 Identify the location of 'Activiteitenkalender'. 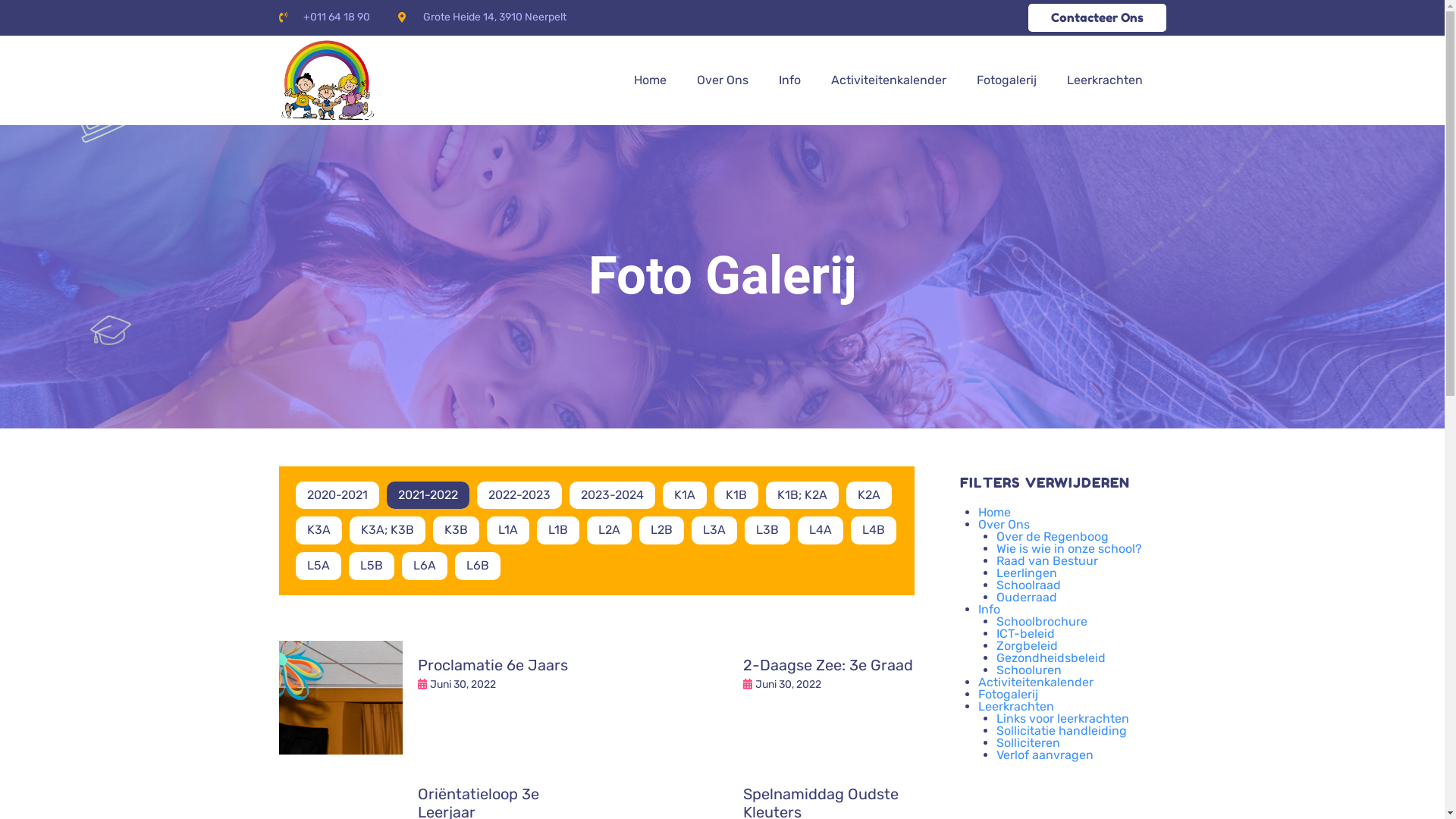
(978, 681).